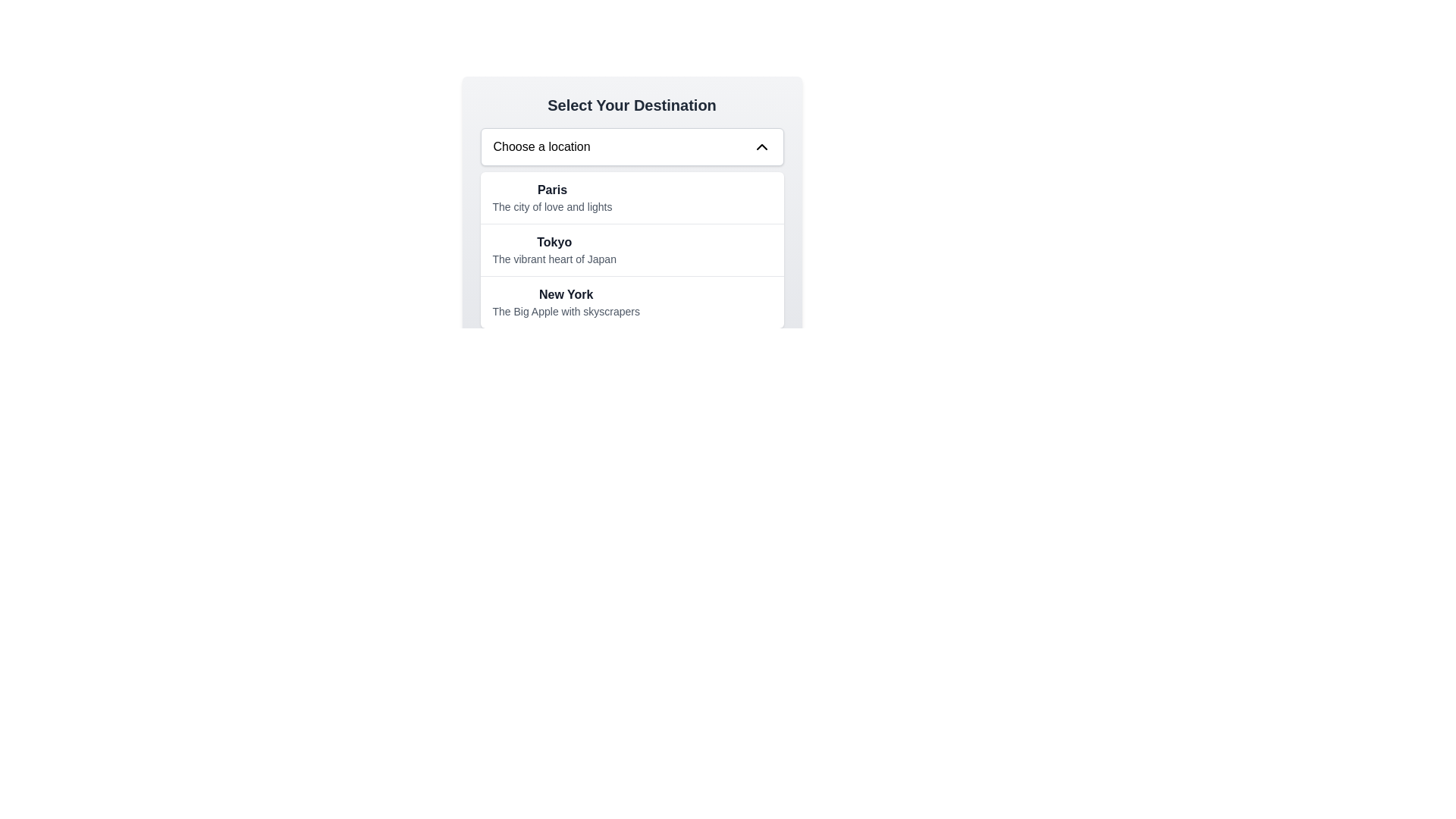  I want to click on the descriptive subtitle text label located directly below the primary label 'Paris' in the 'Select Your Destination' dropdown menu, so click(551, 207).